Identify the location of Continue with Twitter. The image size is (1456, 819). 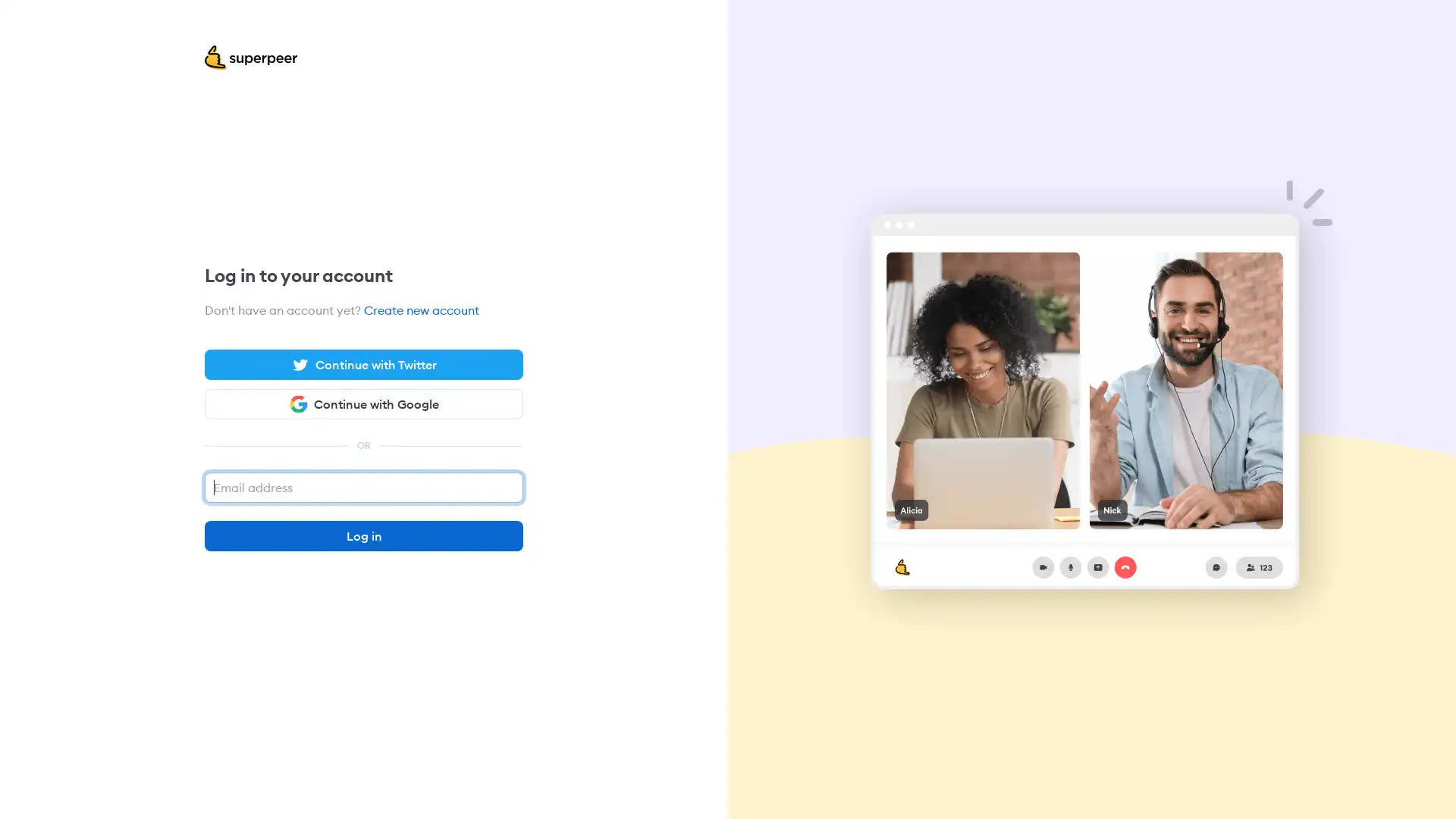
(364, 365).